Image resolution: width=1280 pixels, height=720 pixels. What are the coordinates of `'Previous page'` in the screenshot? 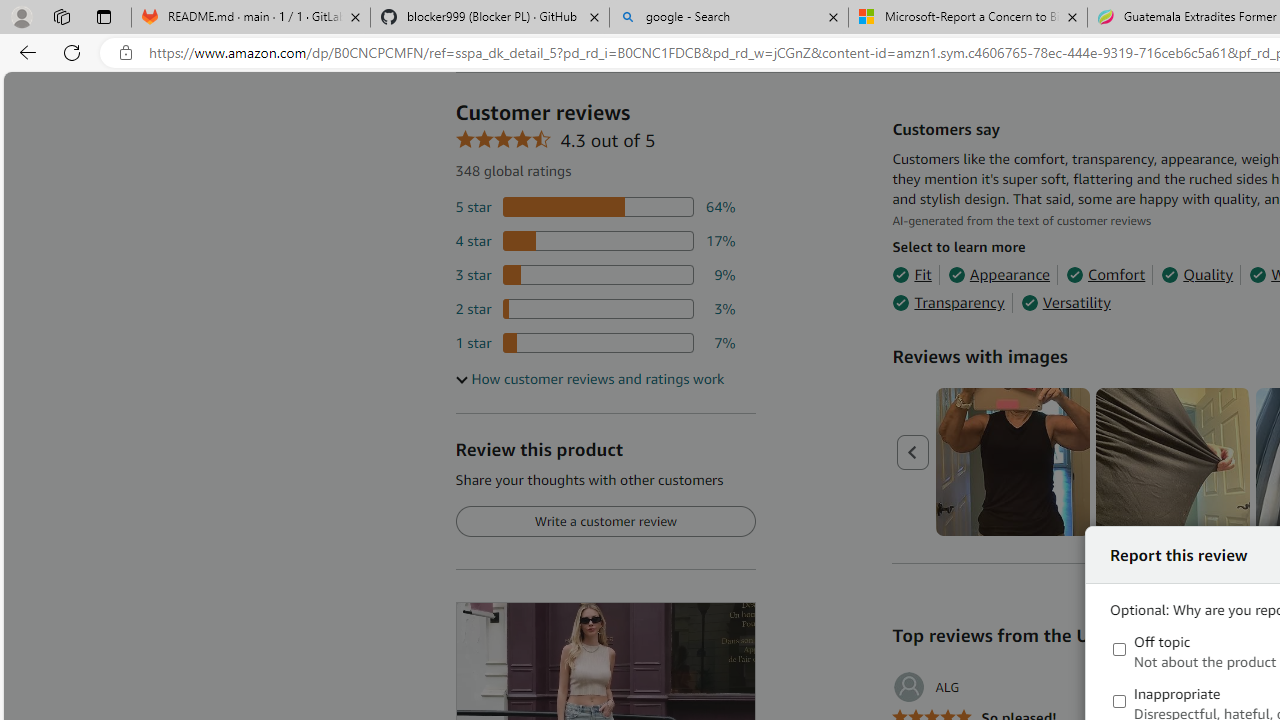 It's located at (912, 452).